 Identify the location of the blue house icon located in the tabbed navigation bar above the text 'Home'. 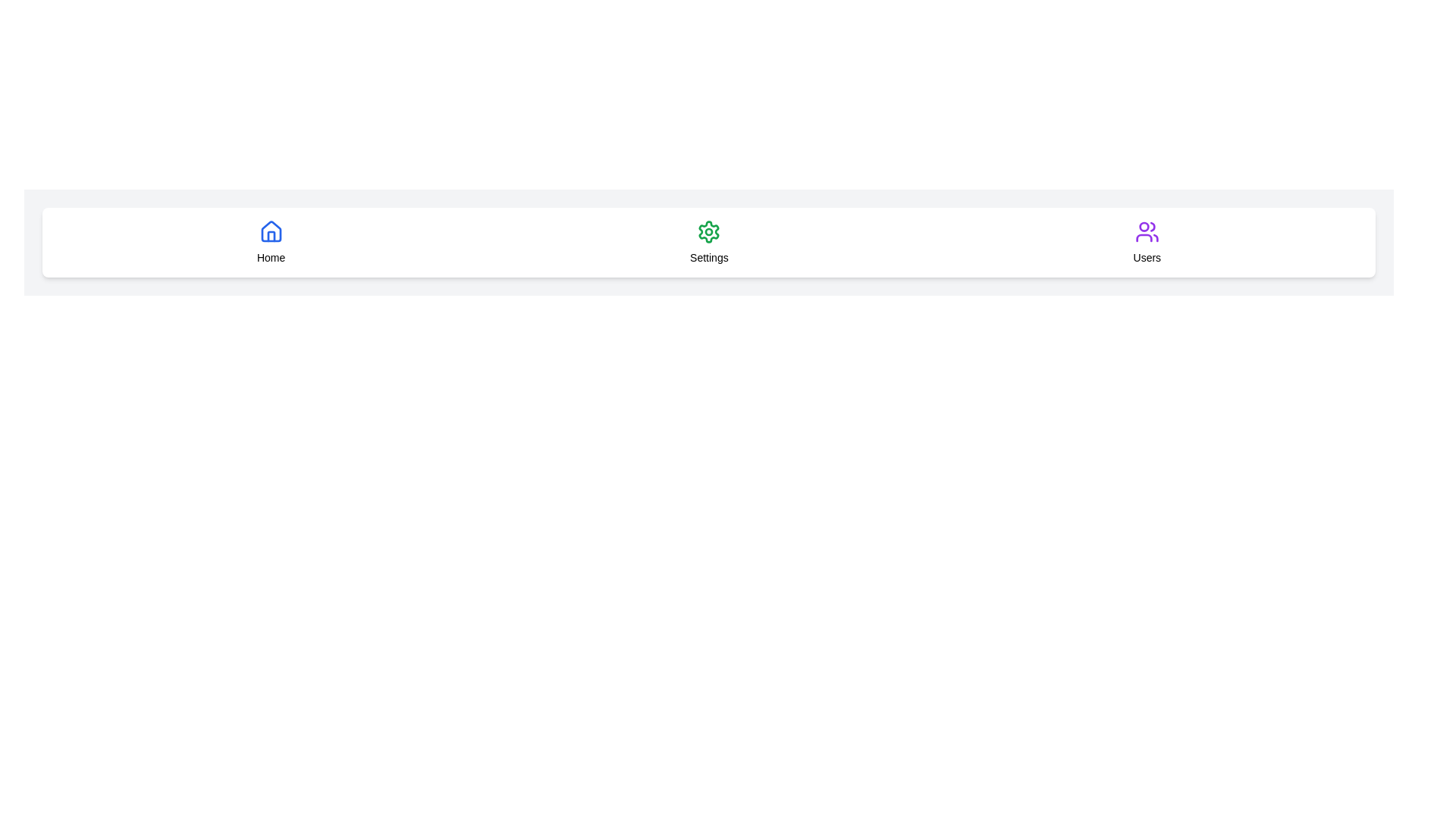
(271, 231).